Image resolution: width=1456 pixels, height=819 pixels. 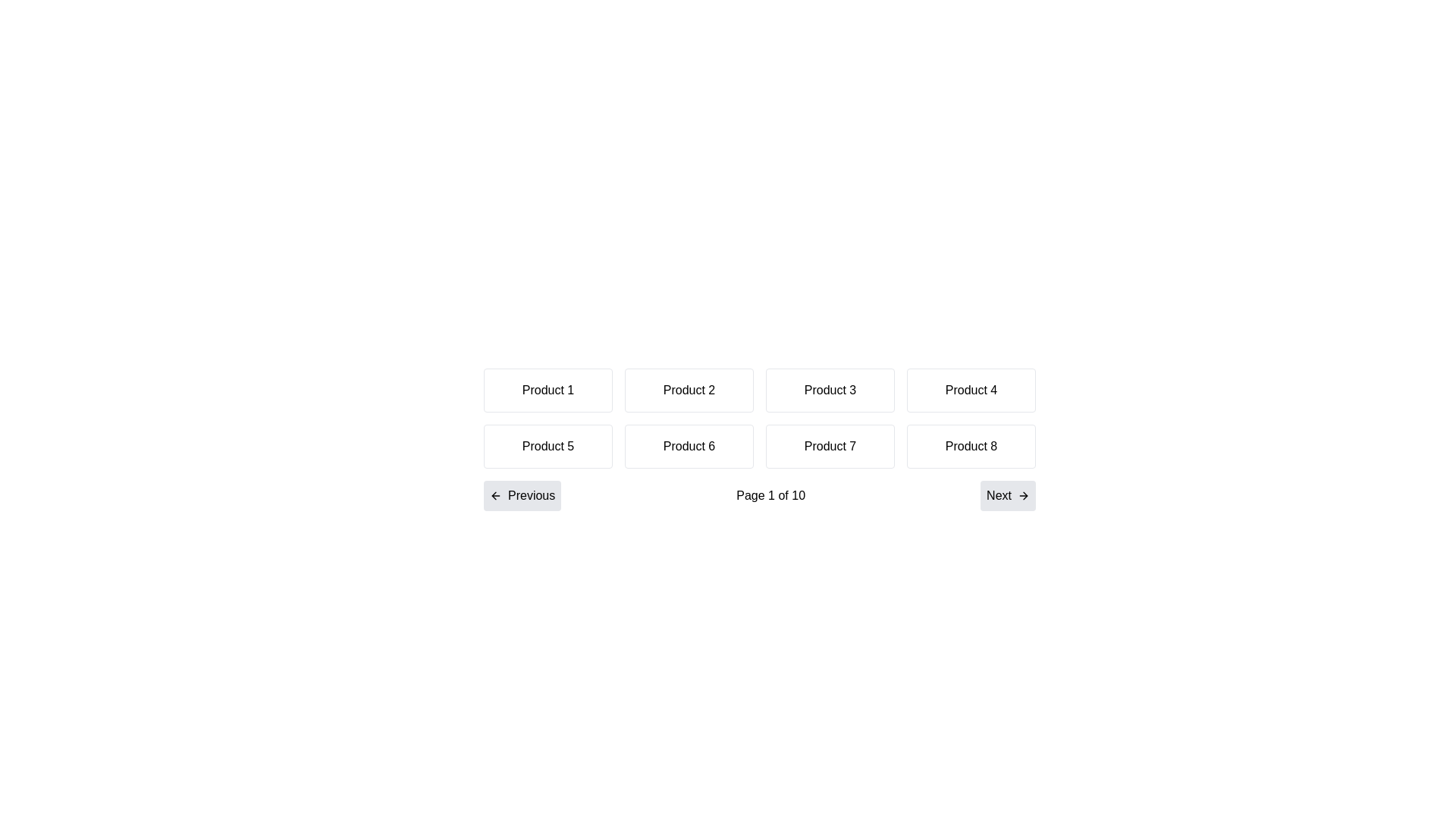 What do you see at coordinates (532, 496) in the screenshot?
I see `the 'Previous' text label within the button control located at the bottom-left corner of the pagination control` at bounding box center [532, 496].